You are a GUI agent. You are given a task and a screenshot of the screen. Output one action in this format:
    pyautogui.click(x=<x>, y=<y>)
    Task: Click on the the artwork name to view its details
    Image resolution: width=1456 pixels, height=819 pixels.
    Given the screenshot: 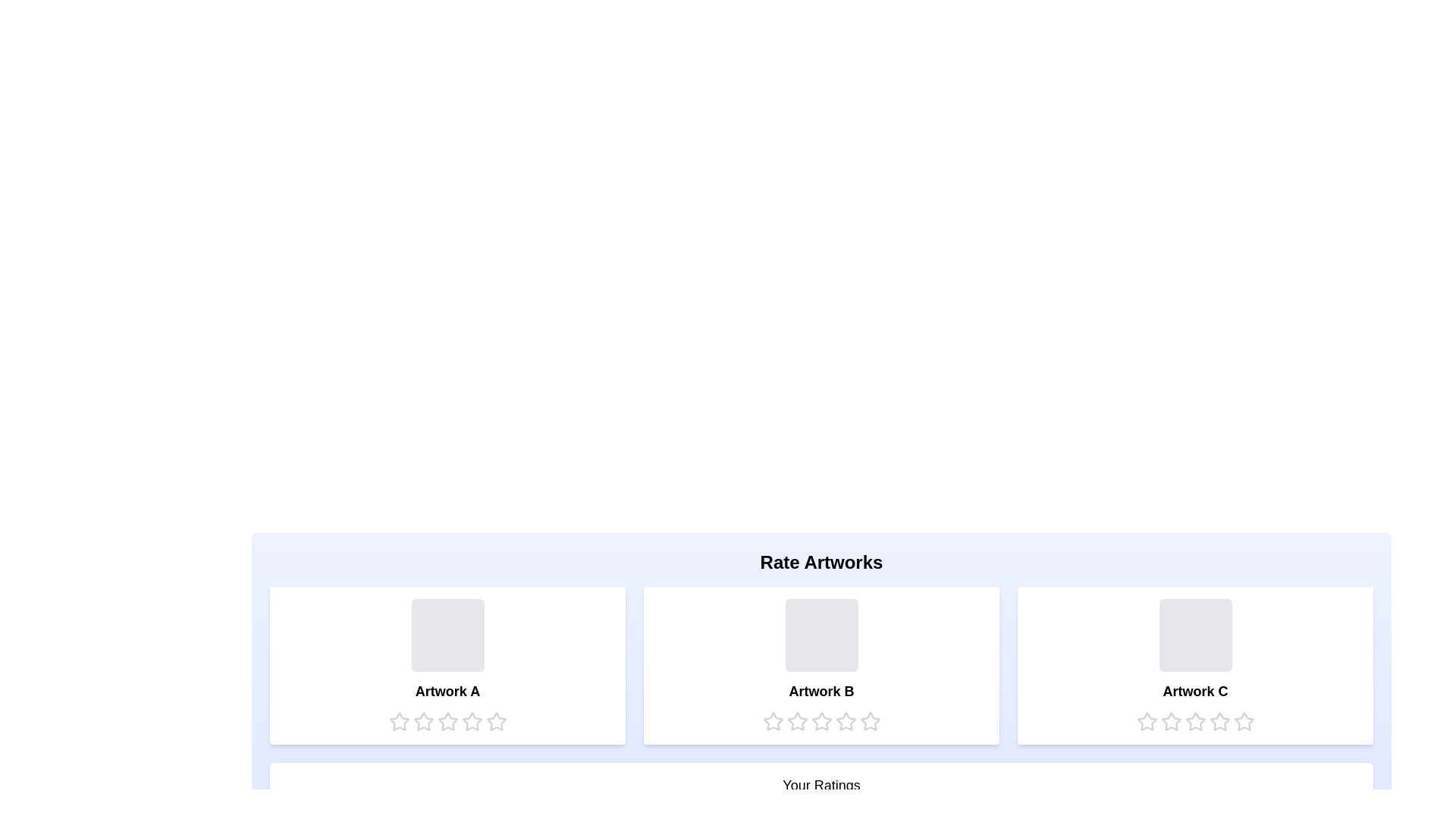 What is the action you would take?
    pyautogui.click(x=447, y=691)
    